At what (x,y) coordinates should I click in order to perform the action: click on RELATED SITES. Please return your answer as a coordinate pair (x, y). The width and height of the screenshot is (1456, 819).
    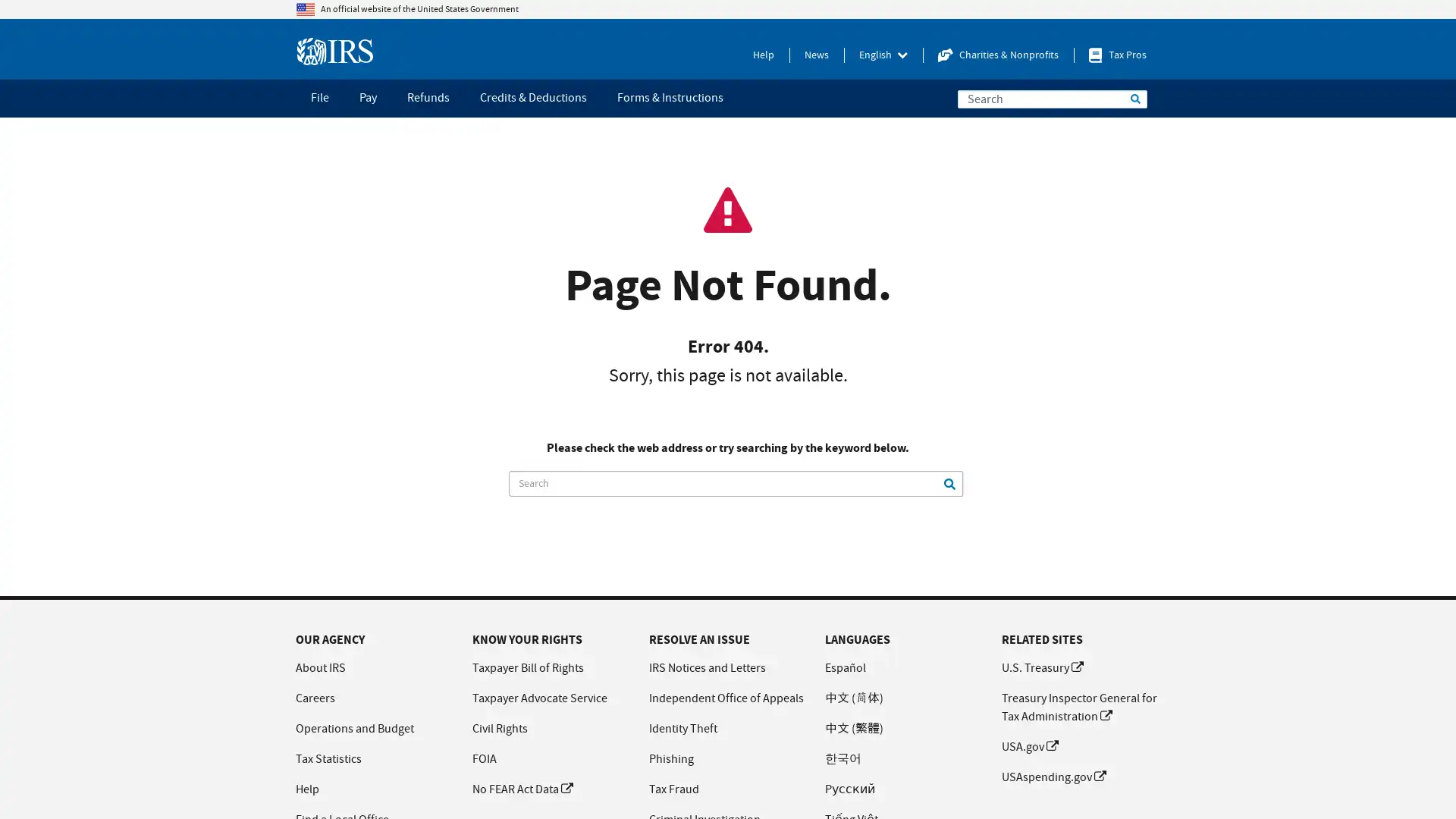
    Looking at the image, I should click on (1041, 640).